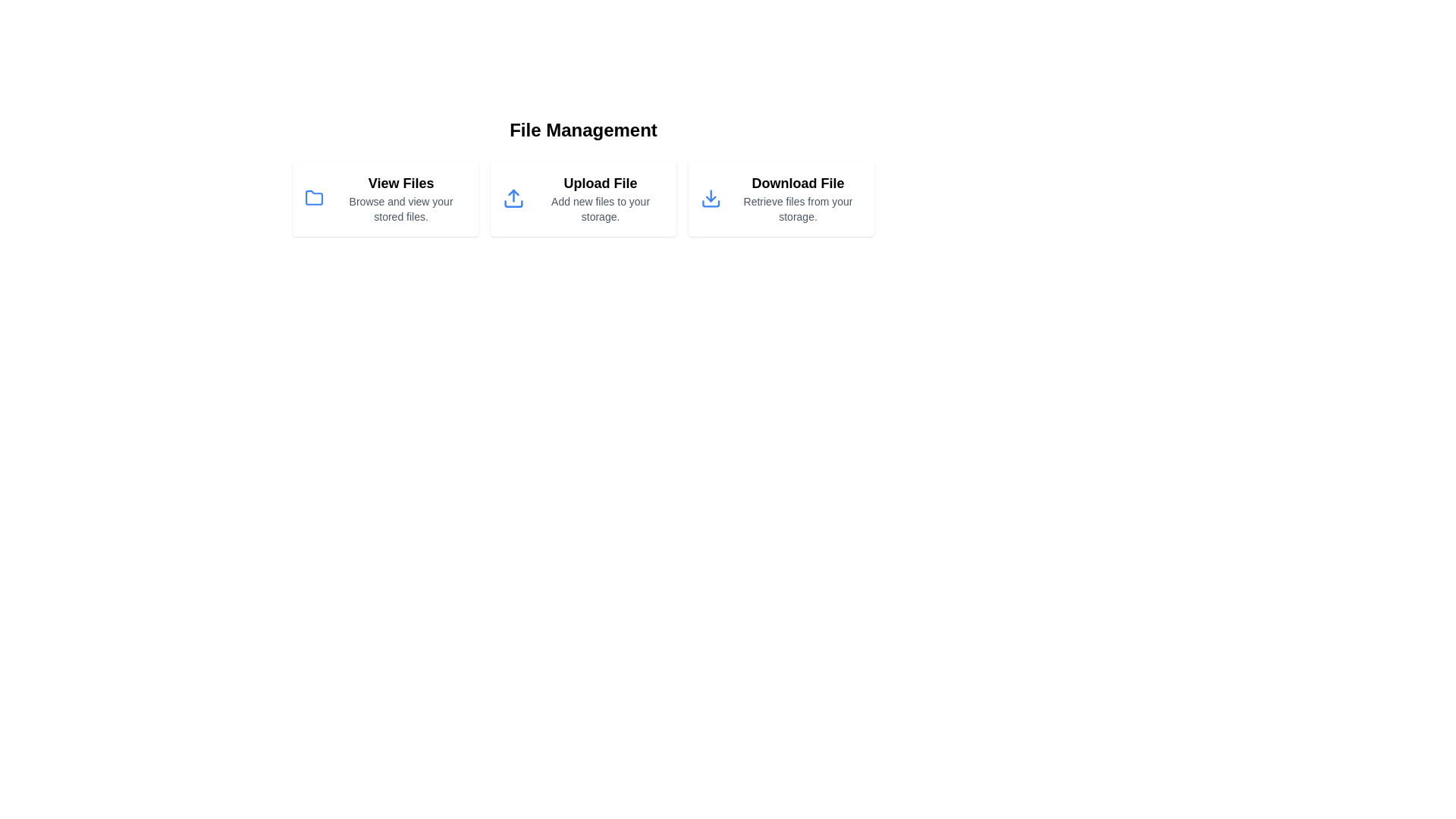 The image size is (1456, 819). I want to click on the folder icon located in the 'View Files' section, which is identified by its blue outline and its position next to the text 'View Files', so click(313, 198).